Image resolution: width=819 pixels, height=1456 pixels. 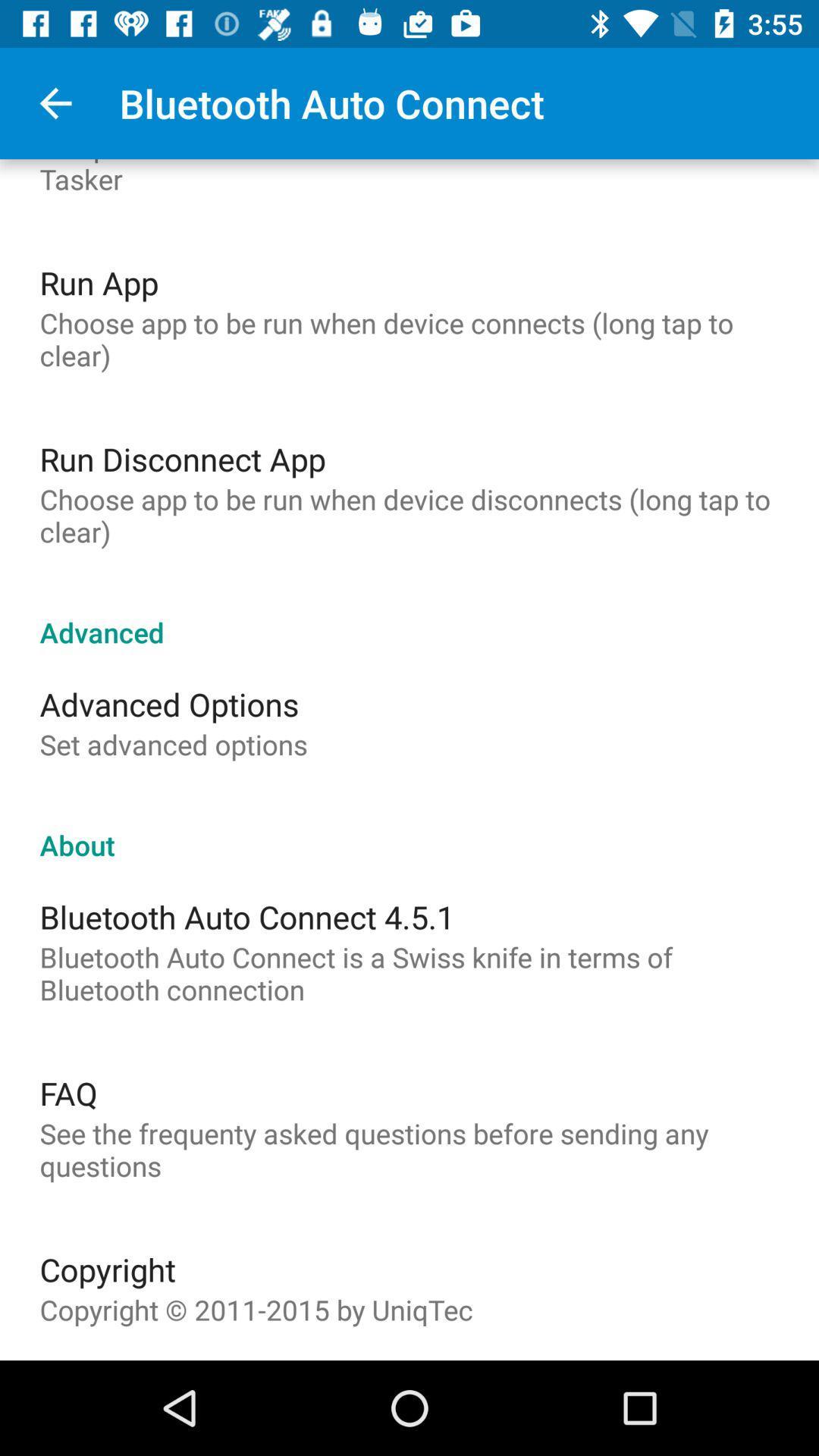 I want to click on the the preference misc icon, so click(x=409, y=178).